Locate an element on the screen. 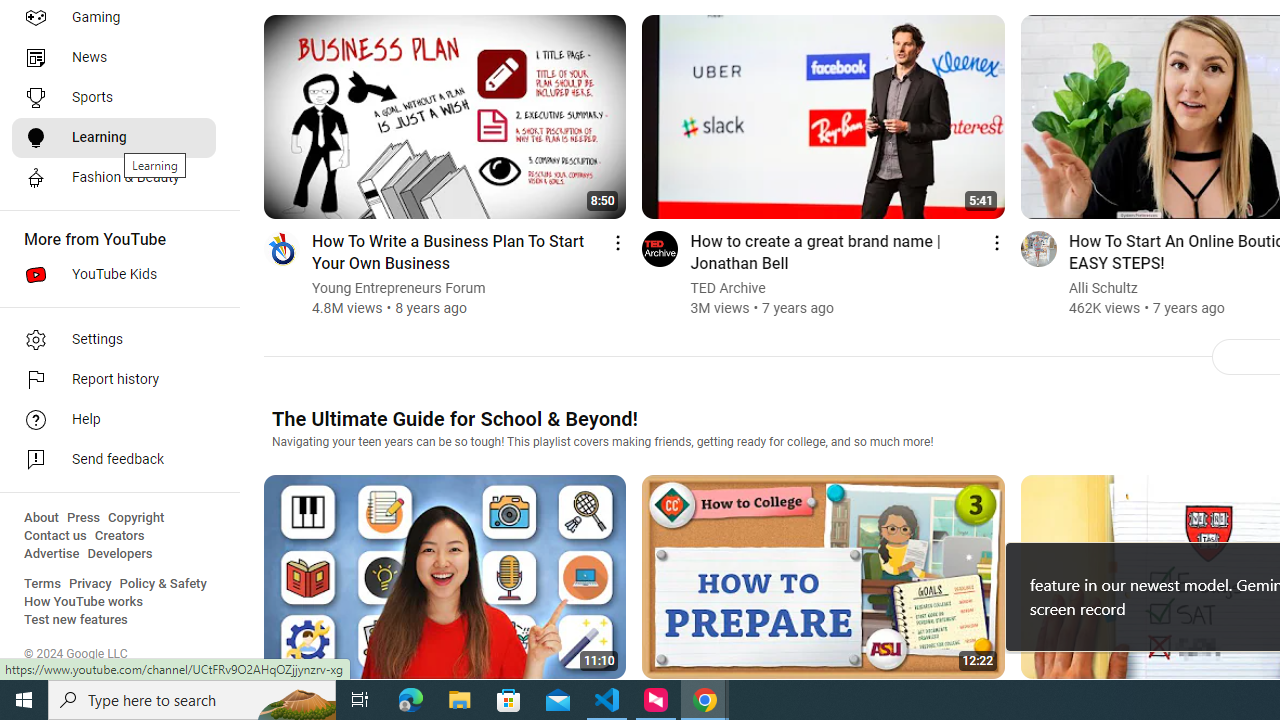 Image resolution: width=1280 pixels, height=720 pixels. 'About' is located at coordinates (41, 517).